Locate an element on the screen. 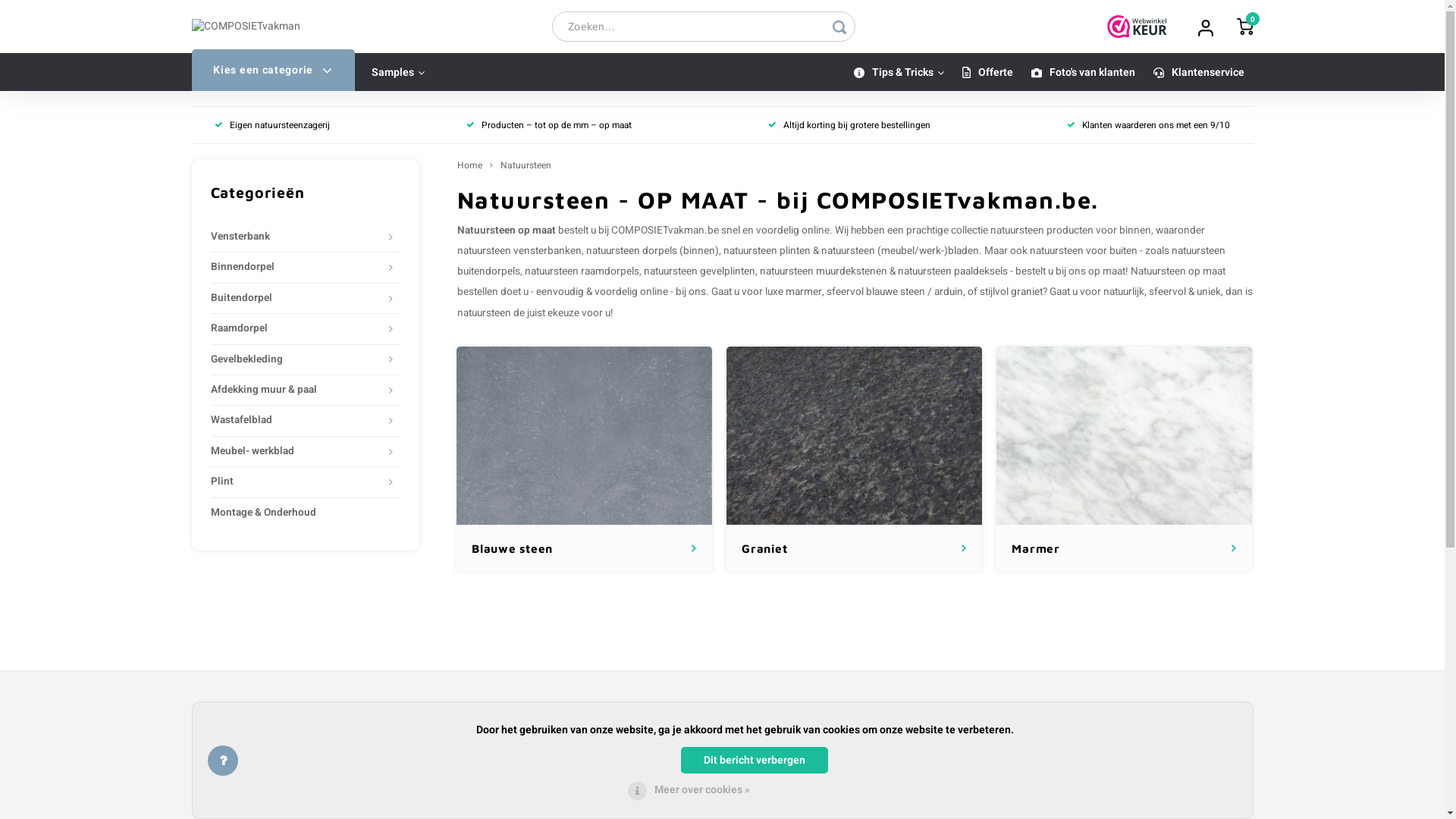  'Vensterbank' is located at coordinates (210, 237).